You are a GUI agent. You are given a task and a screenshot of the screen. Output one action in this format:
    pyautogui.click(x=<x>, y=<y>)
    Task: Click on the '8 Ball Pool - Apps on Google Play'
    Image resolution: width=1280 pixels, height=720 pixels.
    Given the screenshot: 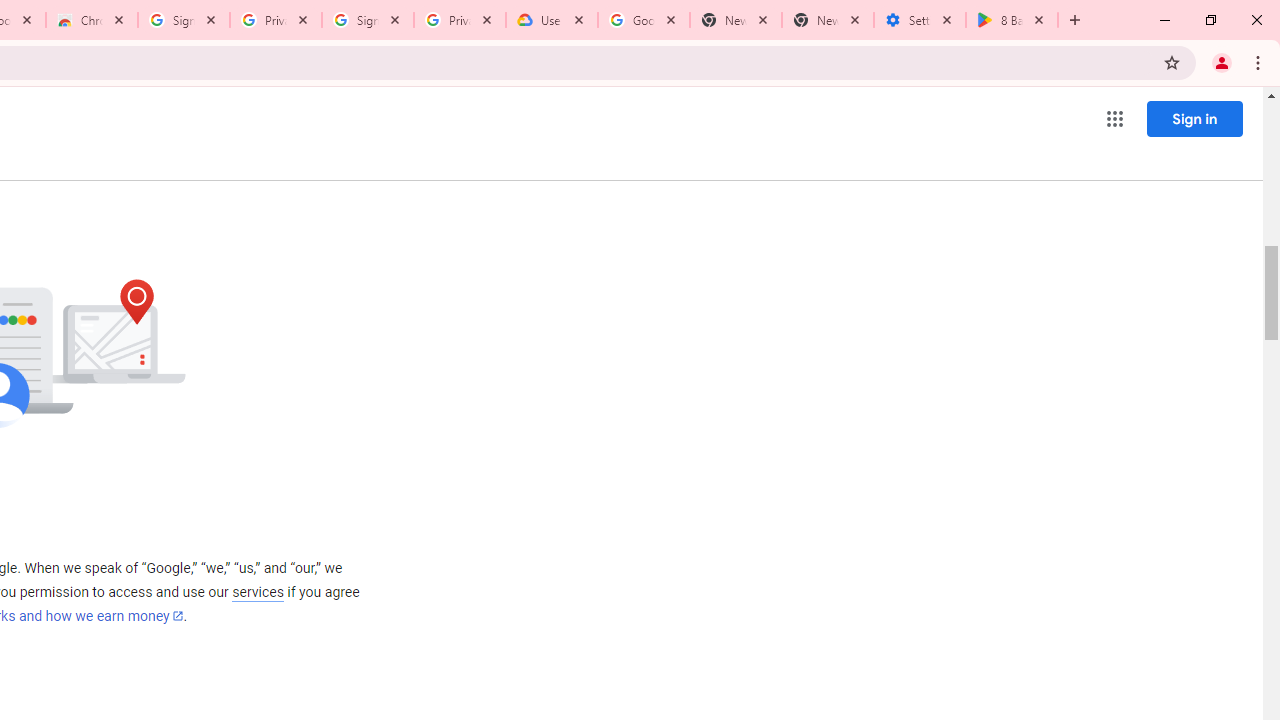 What is the action you would take?
    pyautogui.click(x=1012, y=20)
    